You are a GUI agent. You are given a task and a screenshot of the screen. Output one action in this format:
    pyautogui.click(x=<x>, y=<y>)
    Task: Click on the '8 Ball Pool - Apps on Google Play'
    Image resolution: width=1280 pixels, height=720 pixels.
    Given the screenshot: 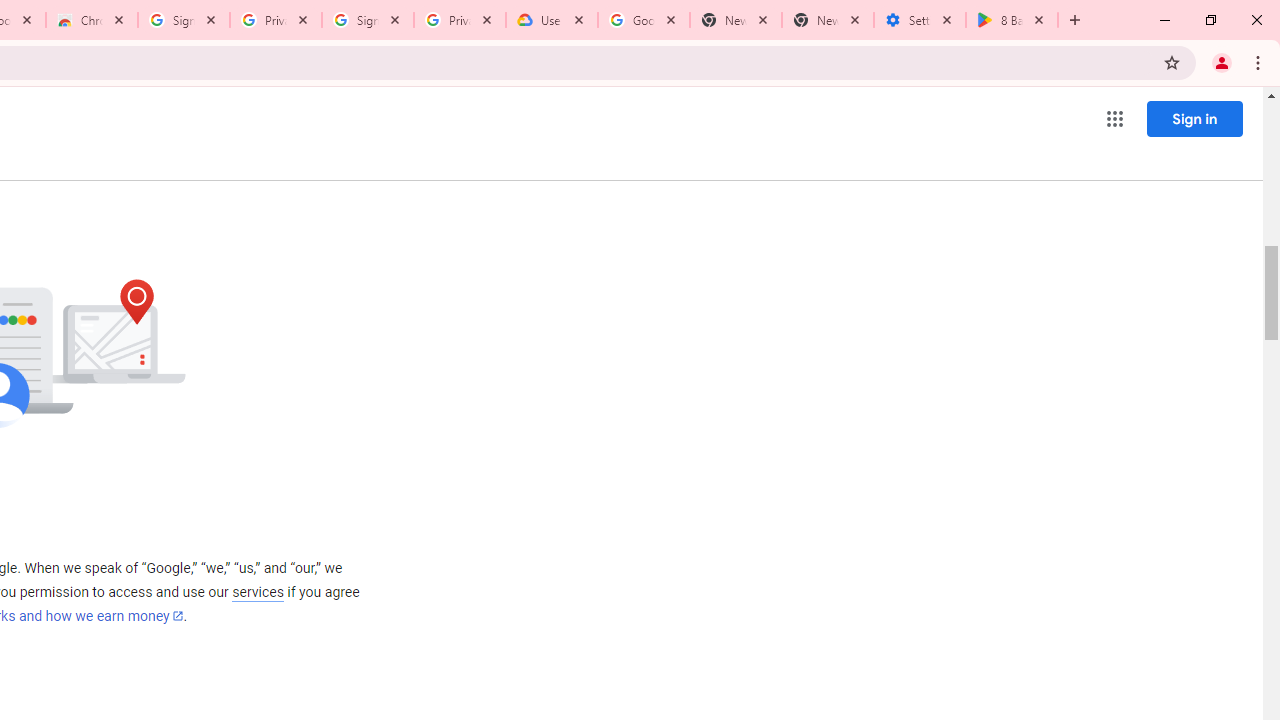 What is the action you would take?
    pyautogui.click(x=1012, y=20)
    